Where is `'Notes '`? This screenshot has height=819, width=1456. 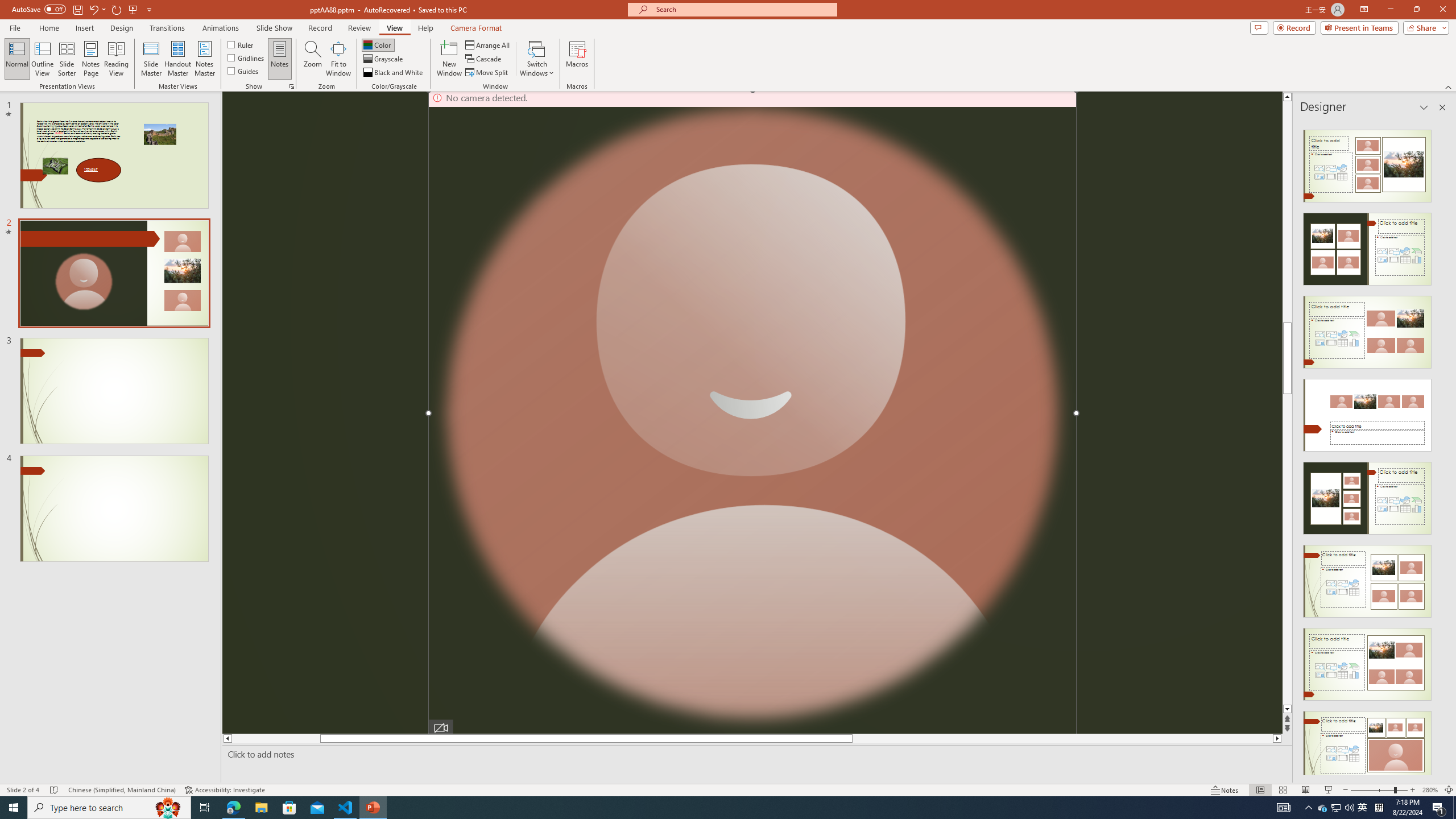 'Notes ' is located at coordinates (1225, 790).